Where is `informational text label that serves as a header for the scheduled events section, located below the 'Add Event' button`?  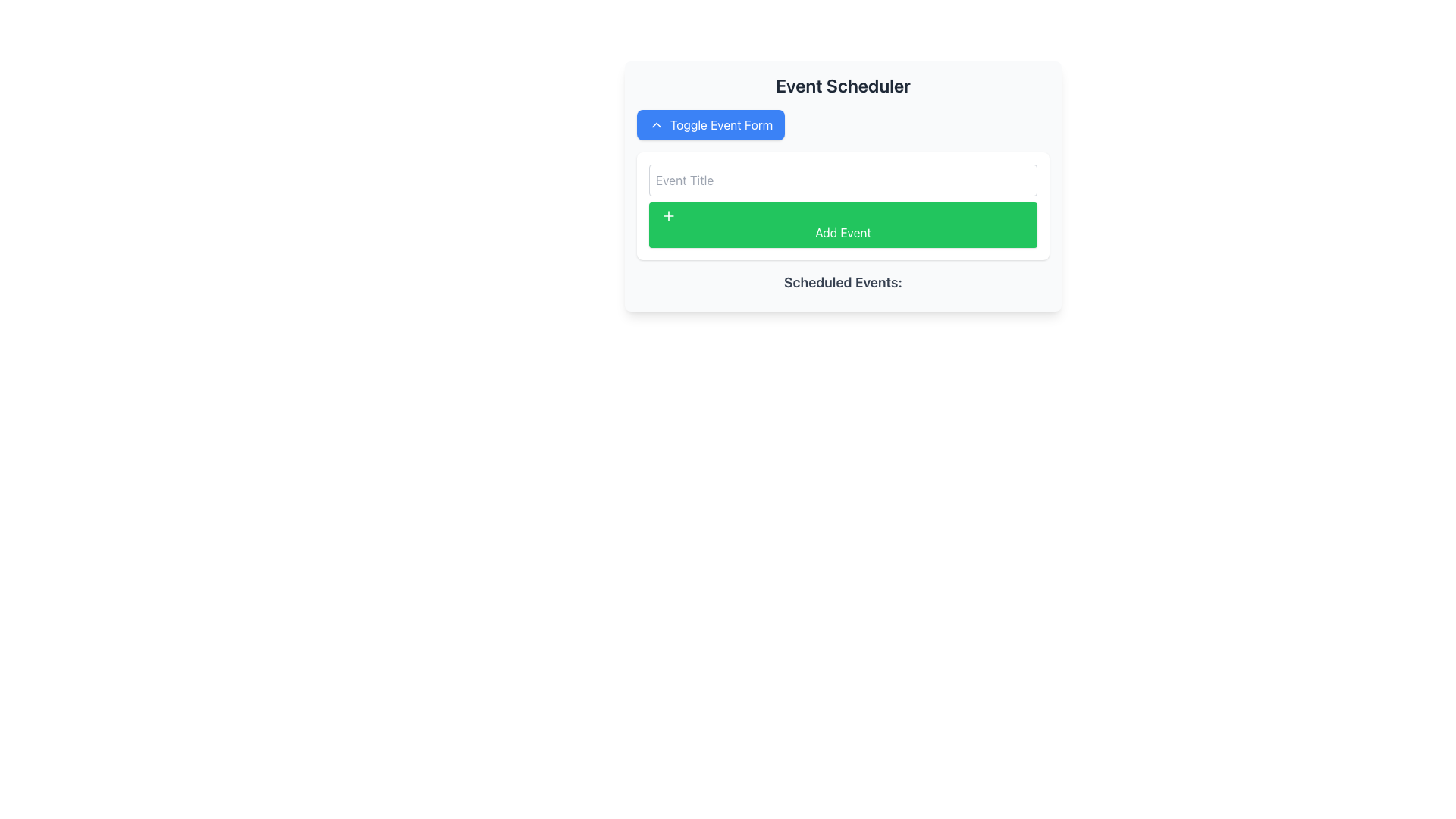
informational text label that serves as a header for the scheduled events section, located below the 'Add Event' button is located at coordinates (843, 283).